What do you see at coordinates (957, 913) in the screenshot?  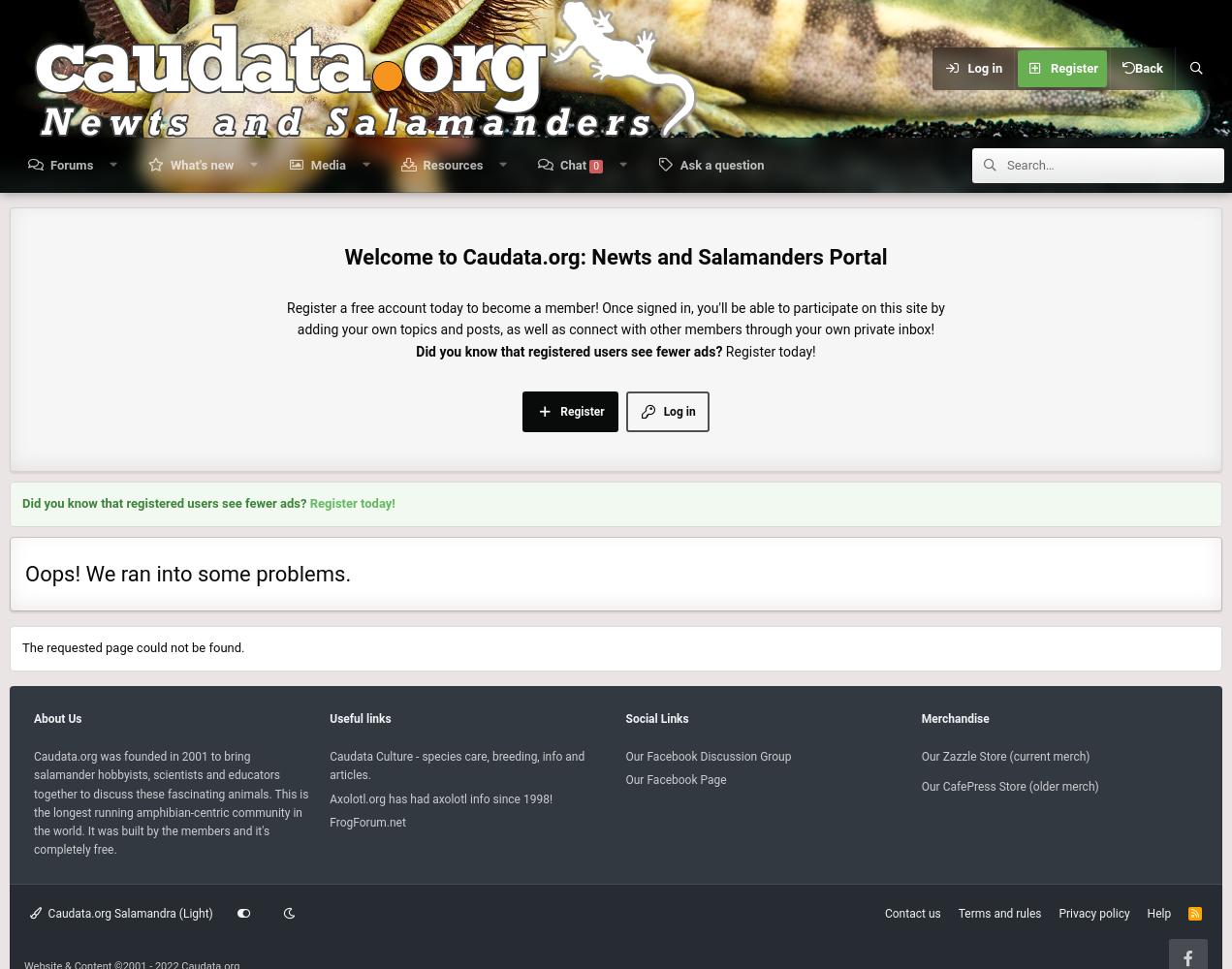 I see `'Terms and rules'` at bounding box center [957, 913].